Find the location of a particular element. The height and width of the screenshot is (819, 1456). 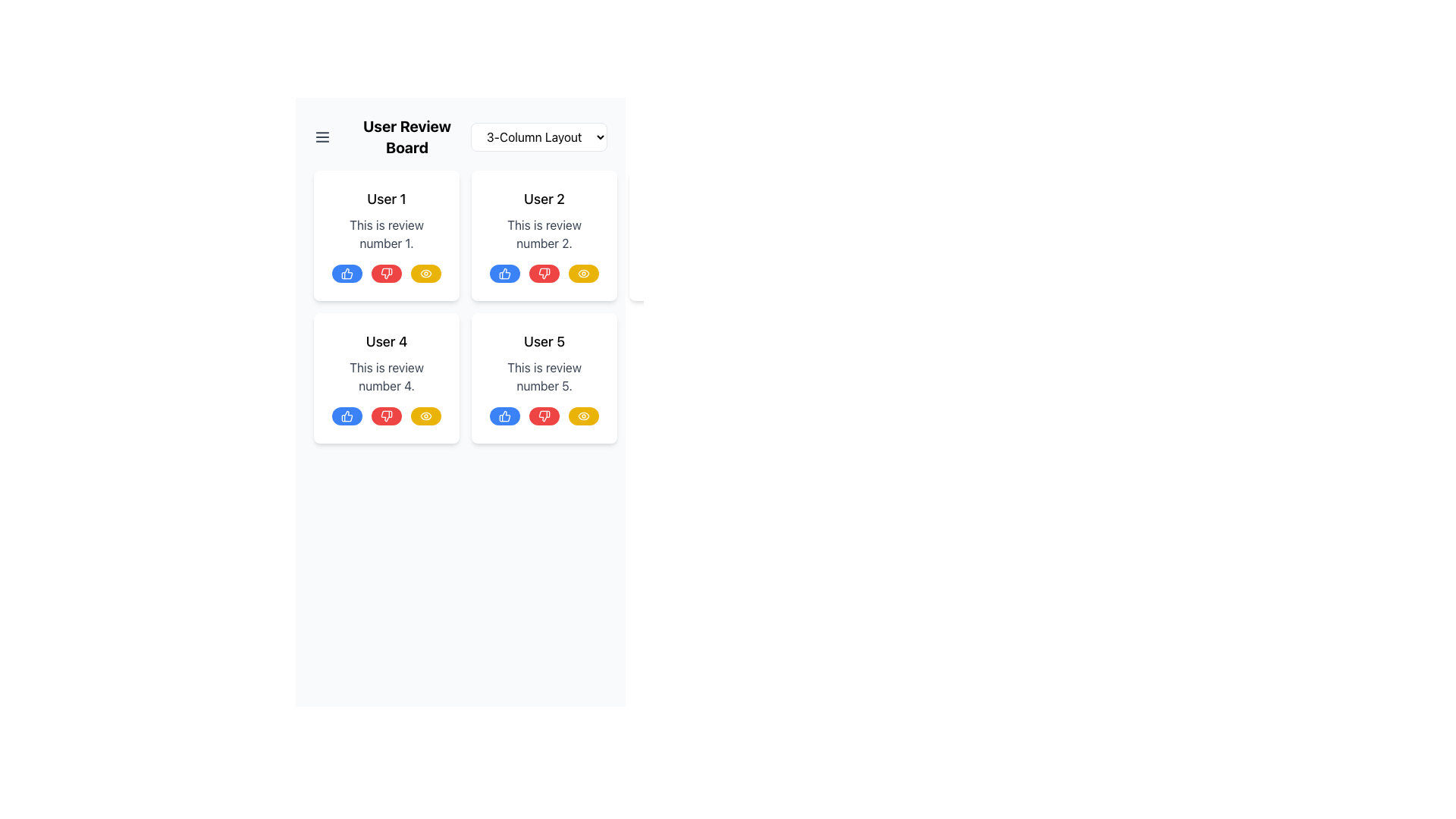

the red thumbs-down button located in the bottom-right corner of the 'User 5' review card to register a dislike is located at coordinates (544, 416).